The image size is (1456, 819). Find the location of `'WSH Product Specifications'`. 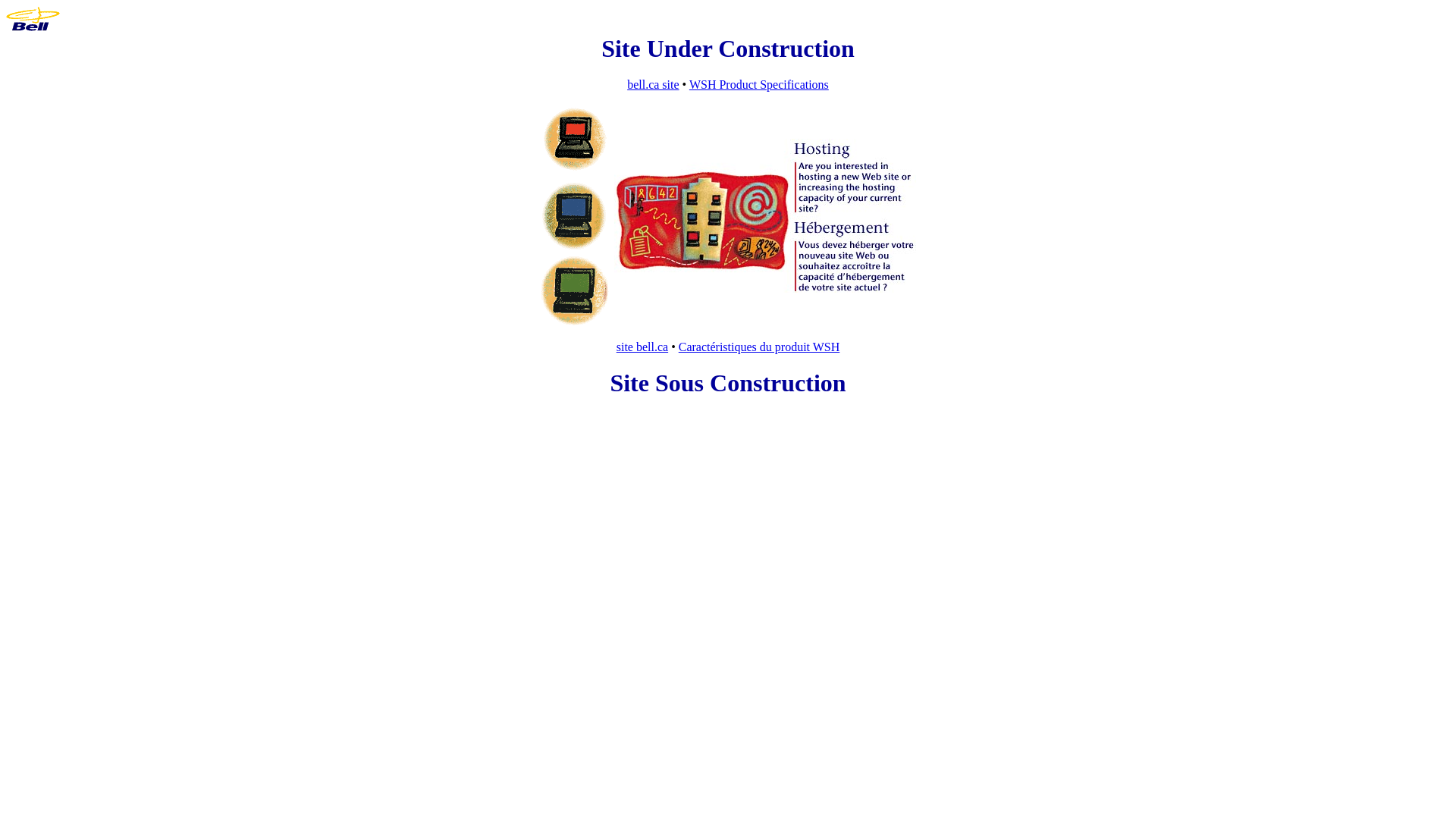

'WSH Product Specifications' is located at coordinates (759, 84).